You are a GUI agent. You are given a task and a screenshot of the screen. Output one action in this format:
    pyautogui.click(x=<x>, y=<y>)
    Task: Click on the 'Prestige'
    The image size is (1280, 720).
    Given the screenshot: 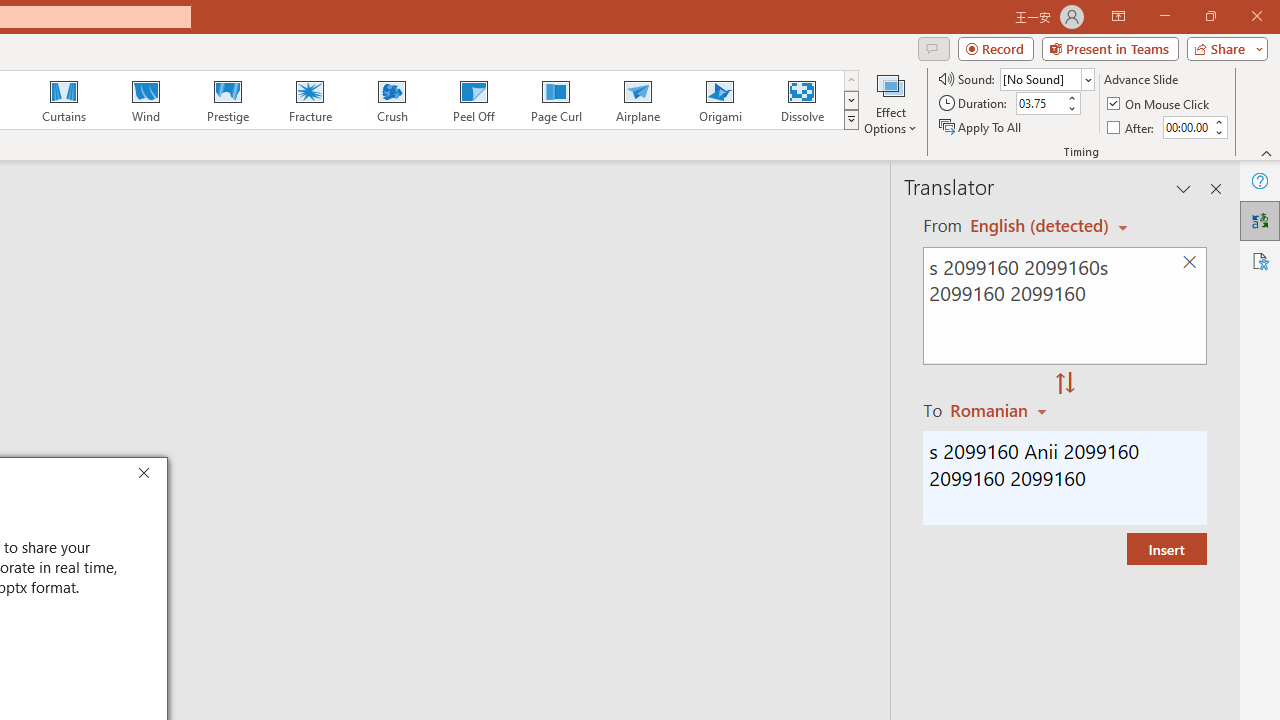 What is the action you would take?
    pyautogui.click(x=227, y=100)
    